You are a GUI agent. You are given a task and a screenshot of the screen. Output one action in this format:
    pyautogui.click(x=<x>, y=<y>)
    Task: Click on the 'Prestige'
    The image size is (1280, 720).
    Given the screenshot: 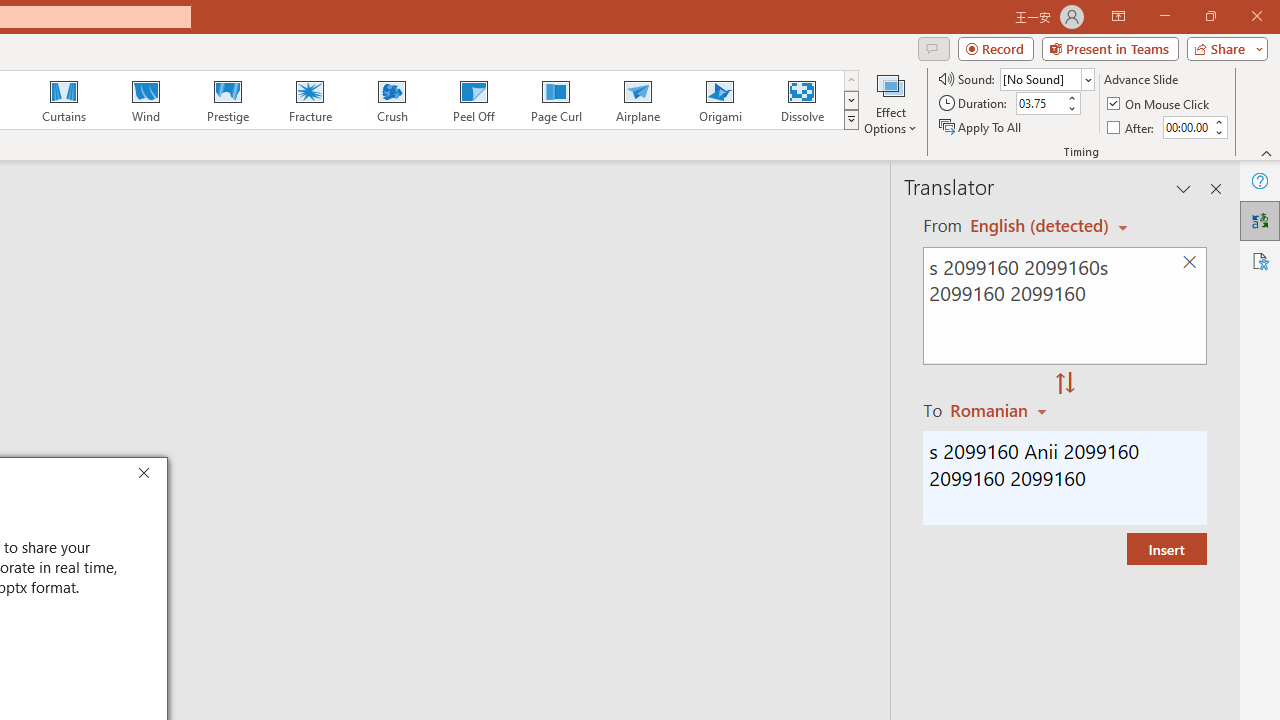 What is the action you would take?
    pyautogui.click(x=227, y=100)
    